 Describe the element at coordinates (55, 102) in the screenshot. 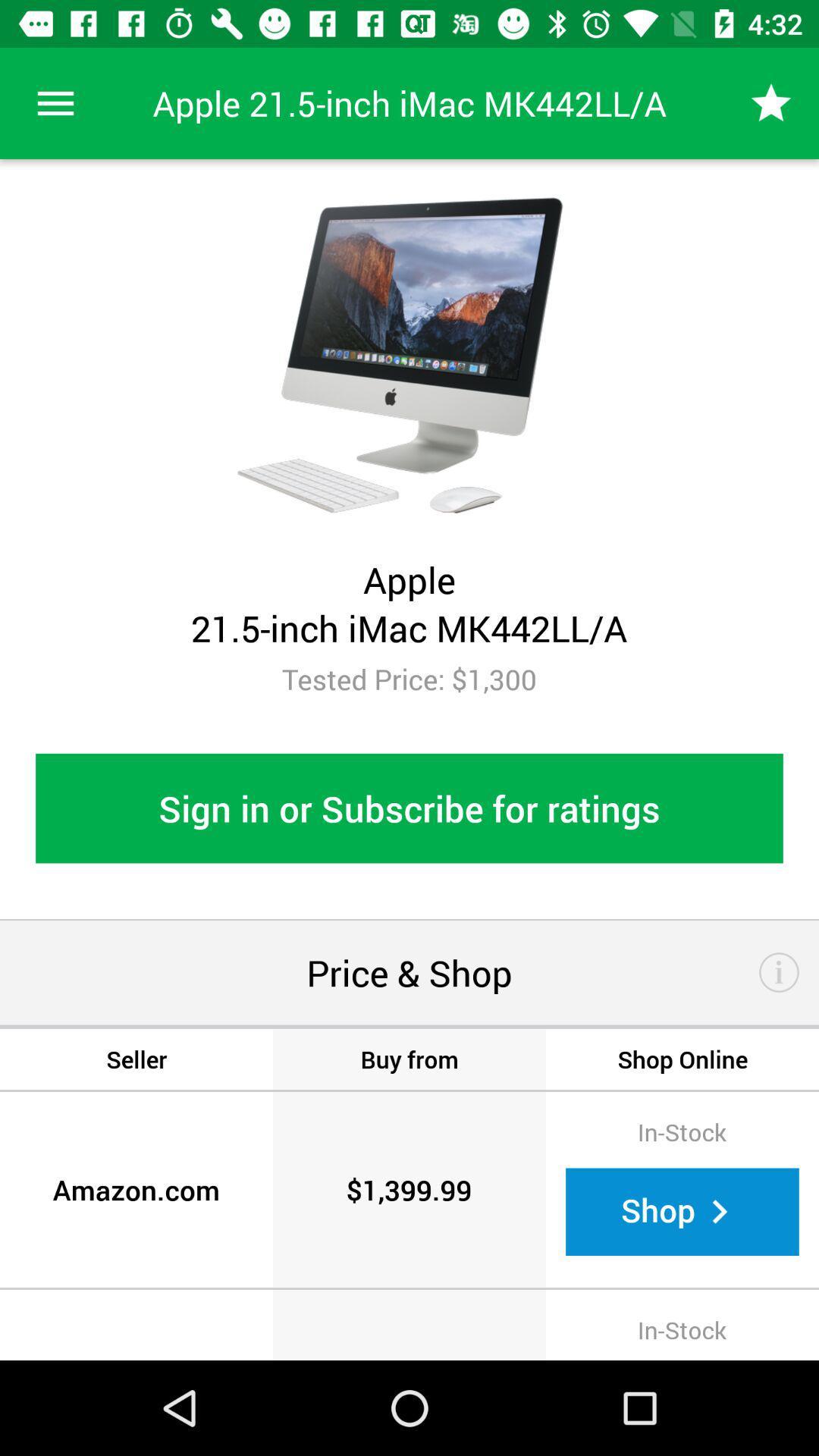

I see `icon at the top left corner` at that location.